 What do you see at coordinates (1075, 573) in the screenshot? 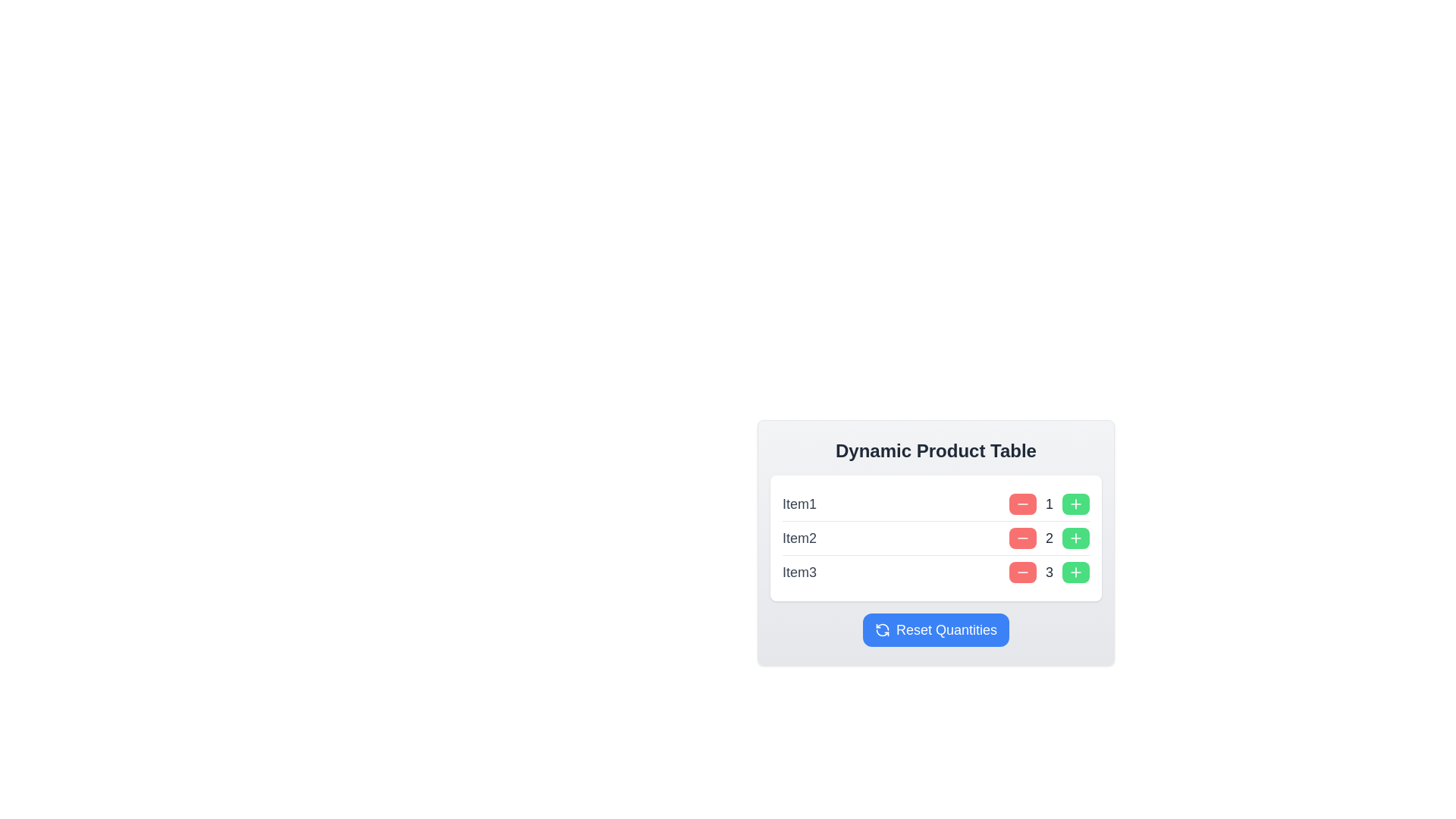
I see `the increment button located in the third row of the item list, positioned to the right of the numeric value '3'` at bounding box center [1075, 573].